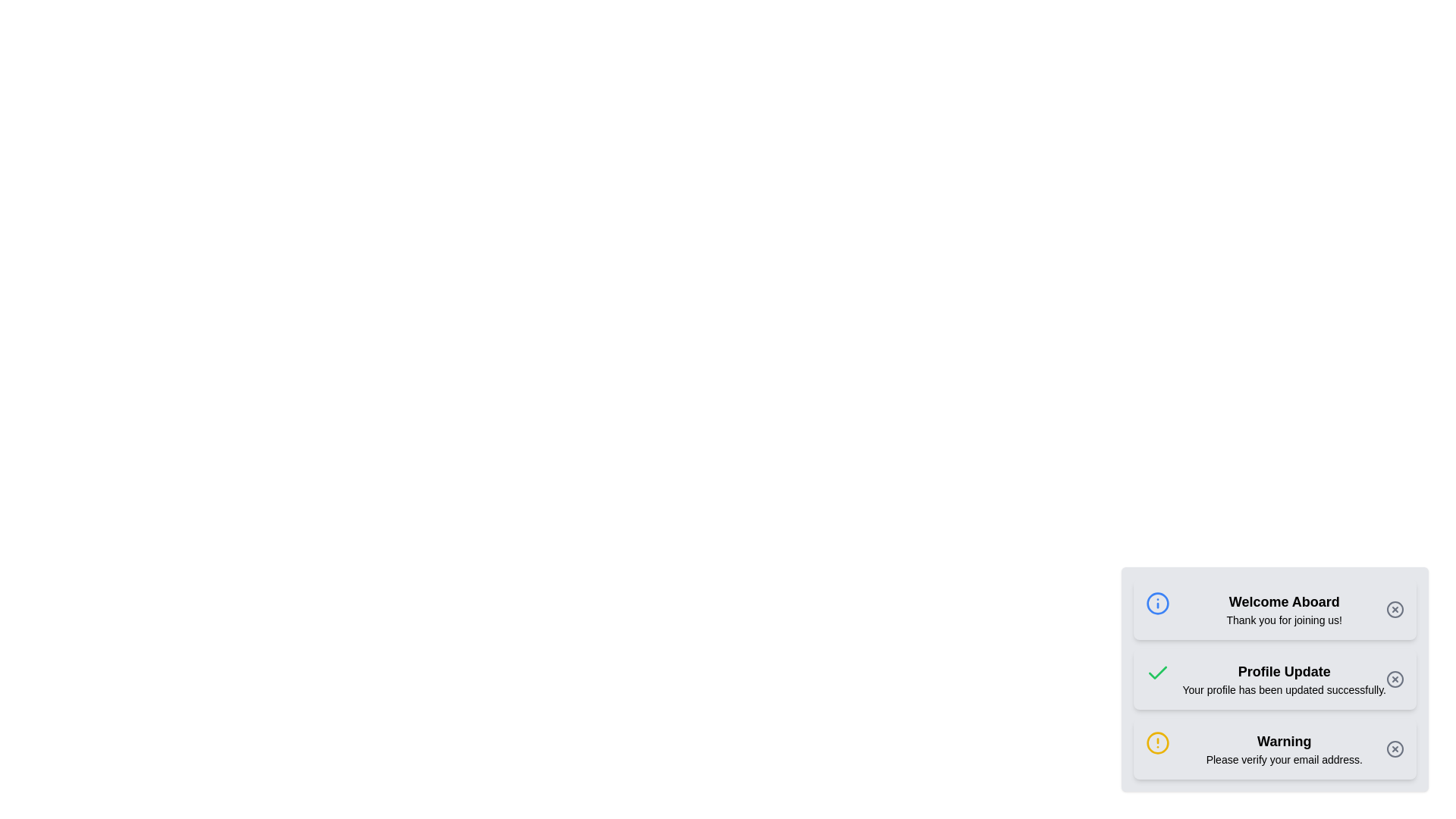 The width and height of the screenshot is (1456, 819). I want to click on the green checkmark icon outlined in a circular style, located in the middle notification card displaying the message 'Profile Update', so click(1157, 672).